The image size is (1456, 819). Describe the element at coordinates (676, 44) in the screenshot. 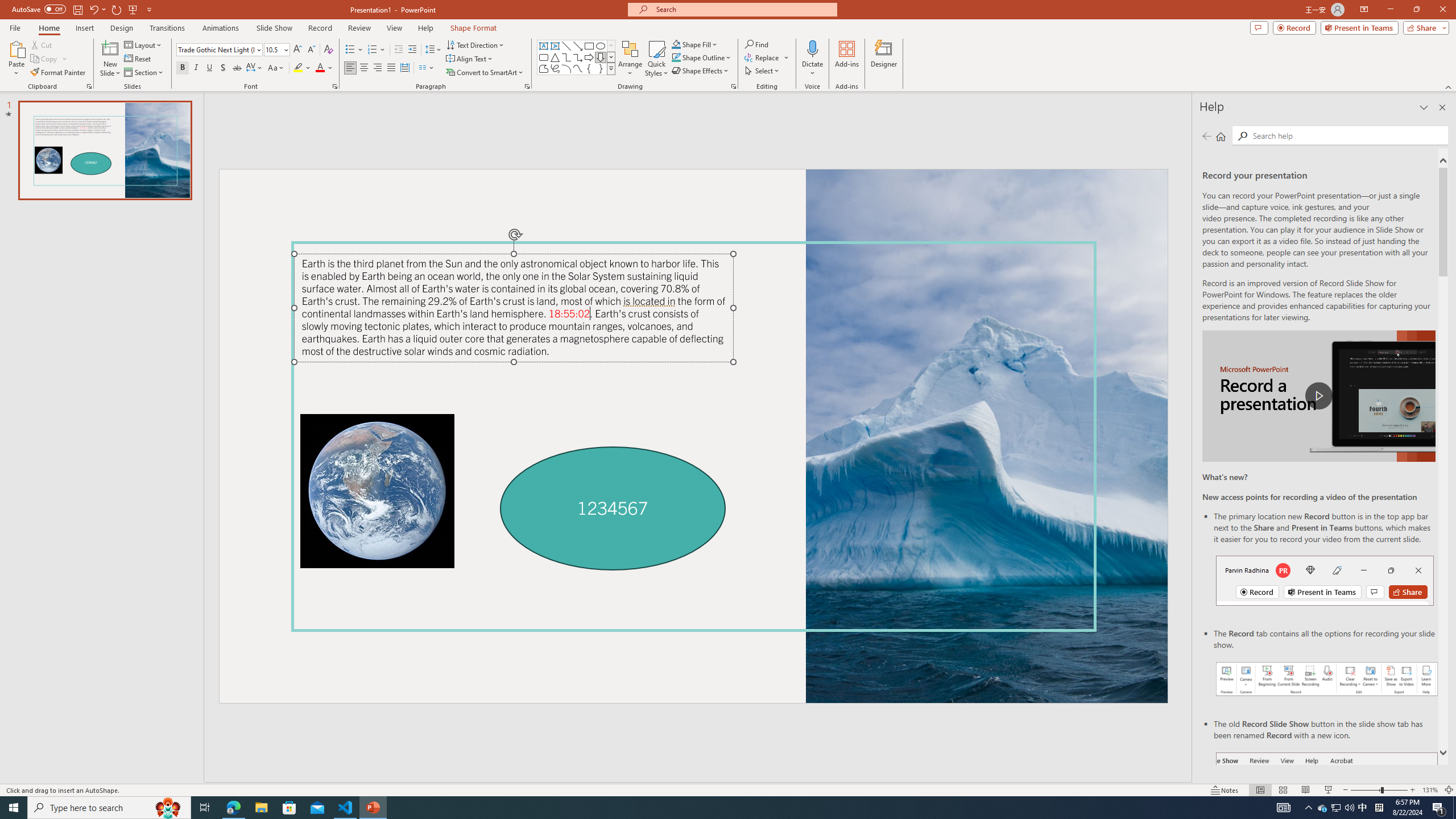

I see `'Shape Fill Aqua, Accent 2'` at that location.